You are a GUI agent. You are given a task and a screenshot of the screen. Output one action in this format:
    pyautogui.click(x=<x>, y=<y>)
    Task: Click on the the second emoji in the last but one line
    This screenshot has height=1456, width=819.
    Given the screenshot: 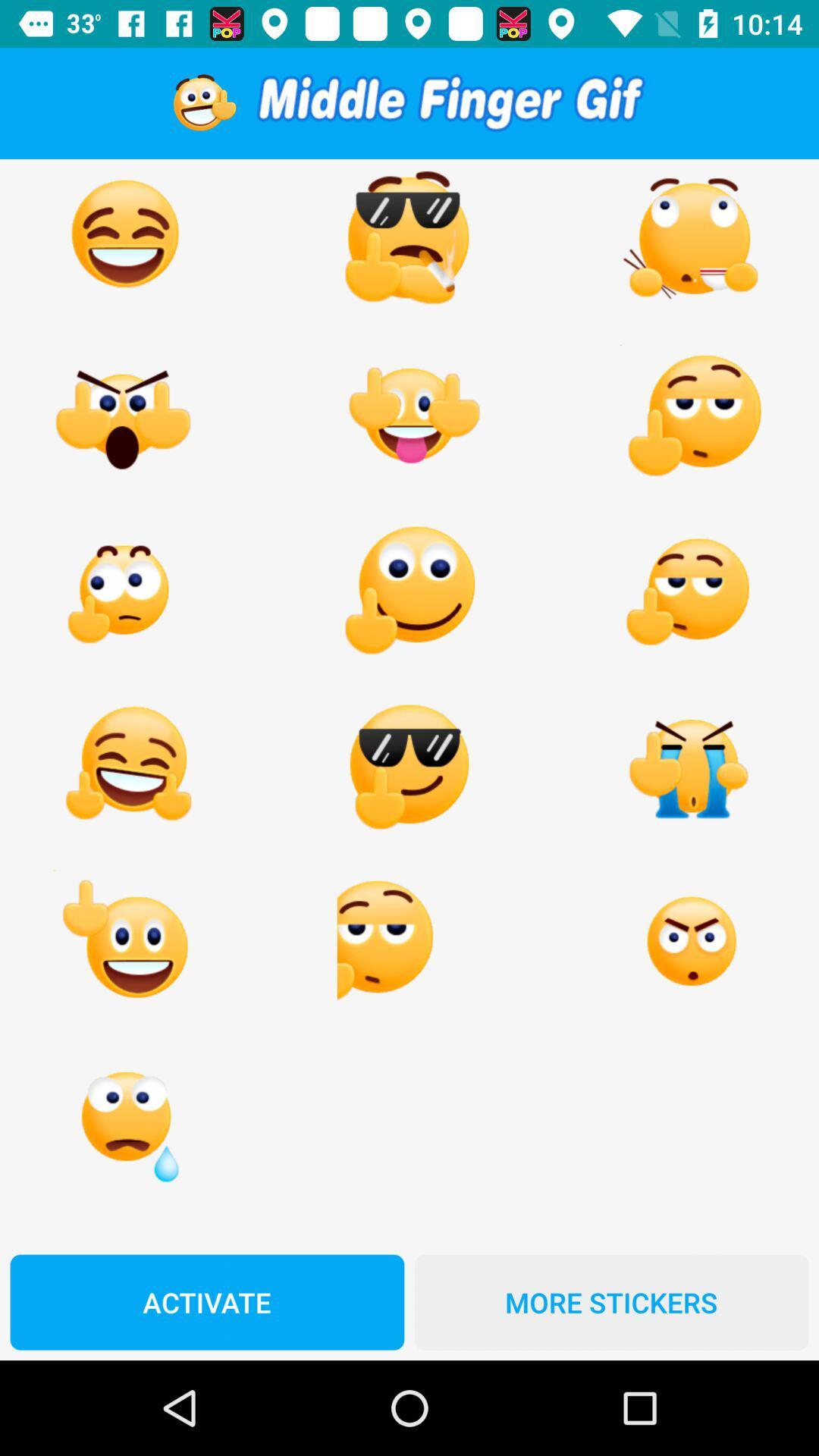 What is the action you would take?
    pyautogui.click(x=408, y=941)
    